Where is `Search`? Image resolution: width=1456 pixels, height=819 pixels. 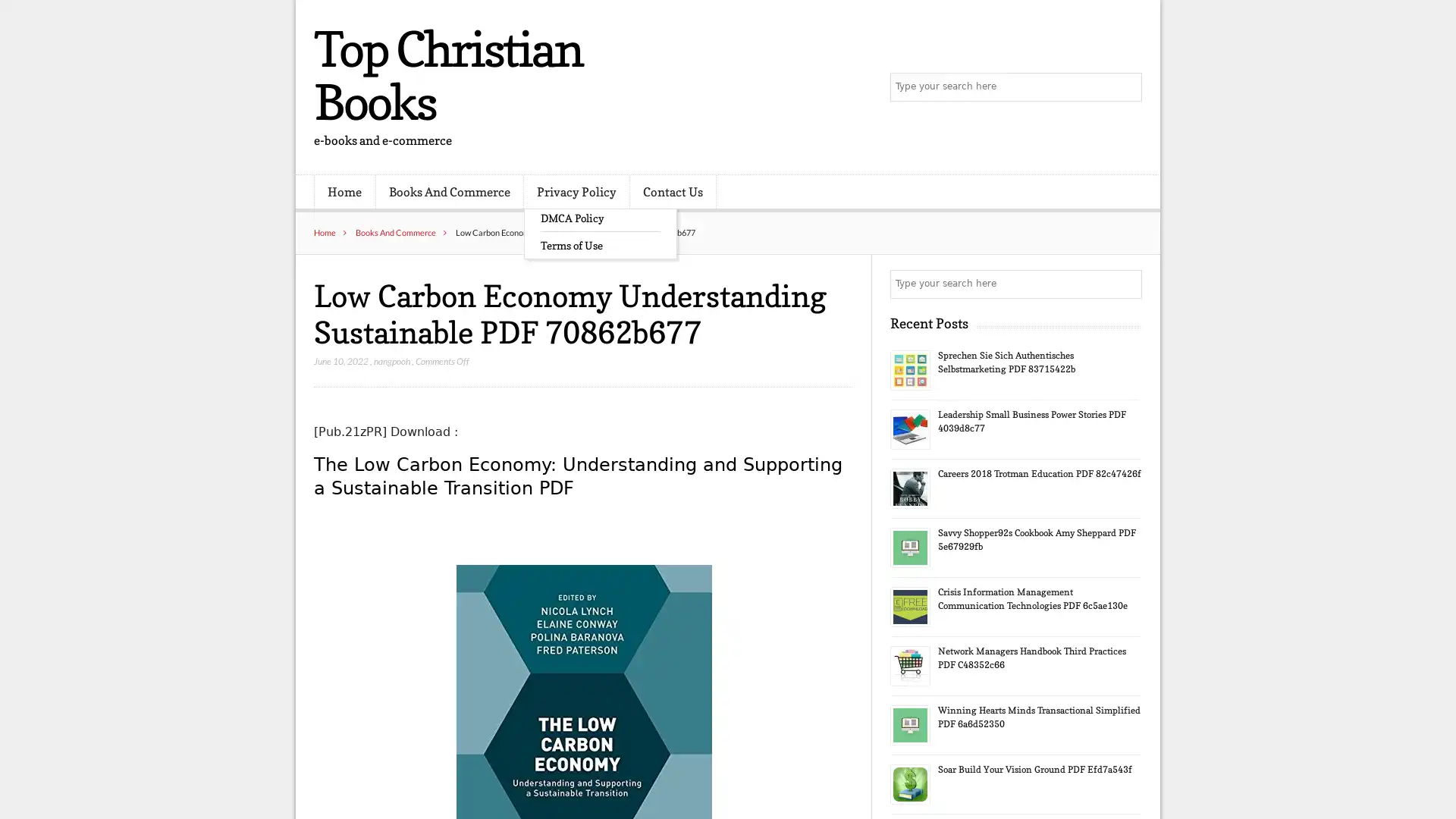
Search is located at coordinates (1126, 87).